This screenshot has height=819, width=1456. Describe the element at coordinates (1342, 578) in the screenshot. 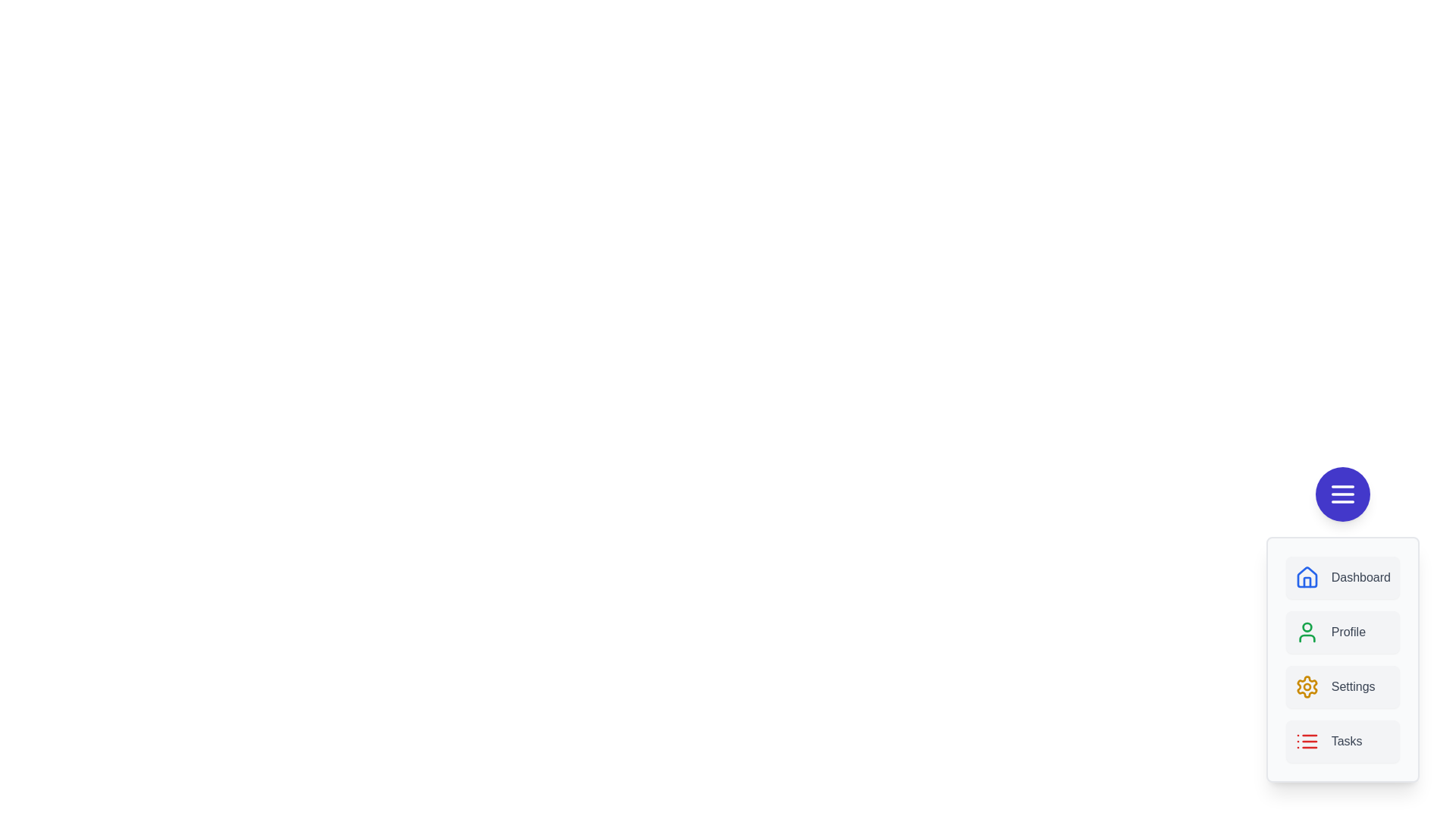

I see `the menu item labeled Dashboard to observe visual feedback` at that location.